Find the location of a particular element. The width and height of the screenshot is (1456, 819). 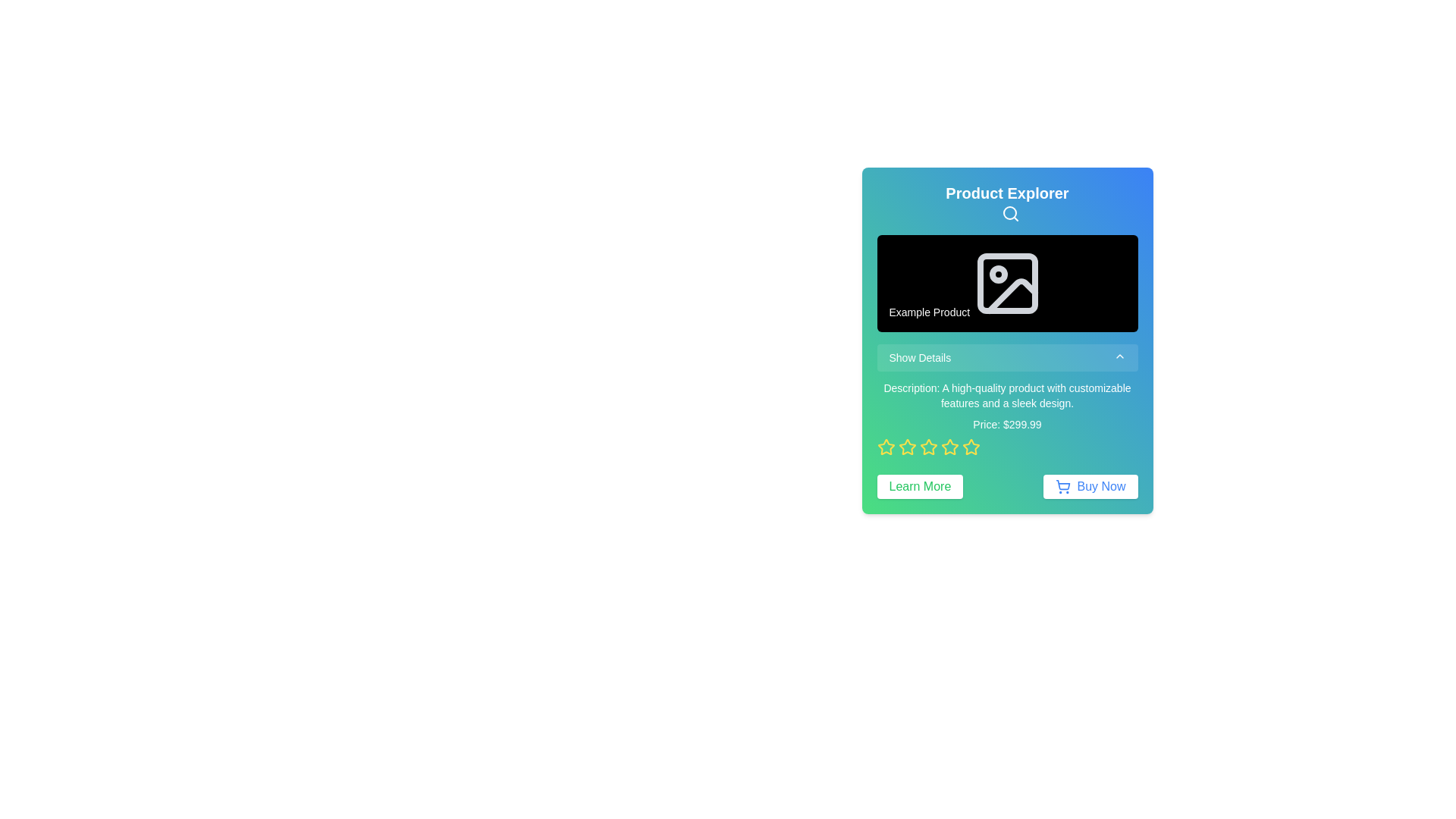

the sixth star in the horizontal sequence of seven stars is located at coordinates (949, 446).